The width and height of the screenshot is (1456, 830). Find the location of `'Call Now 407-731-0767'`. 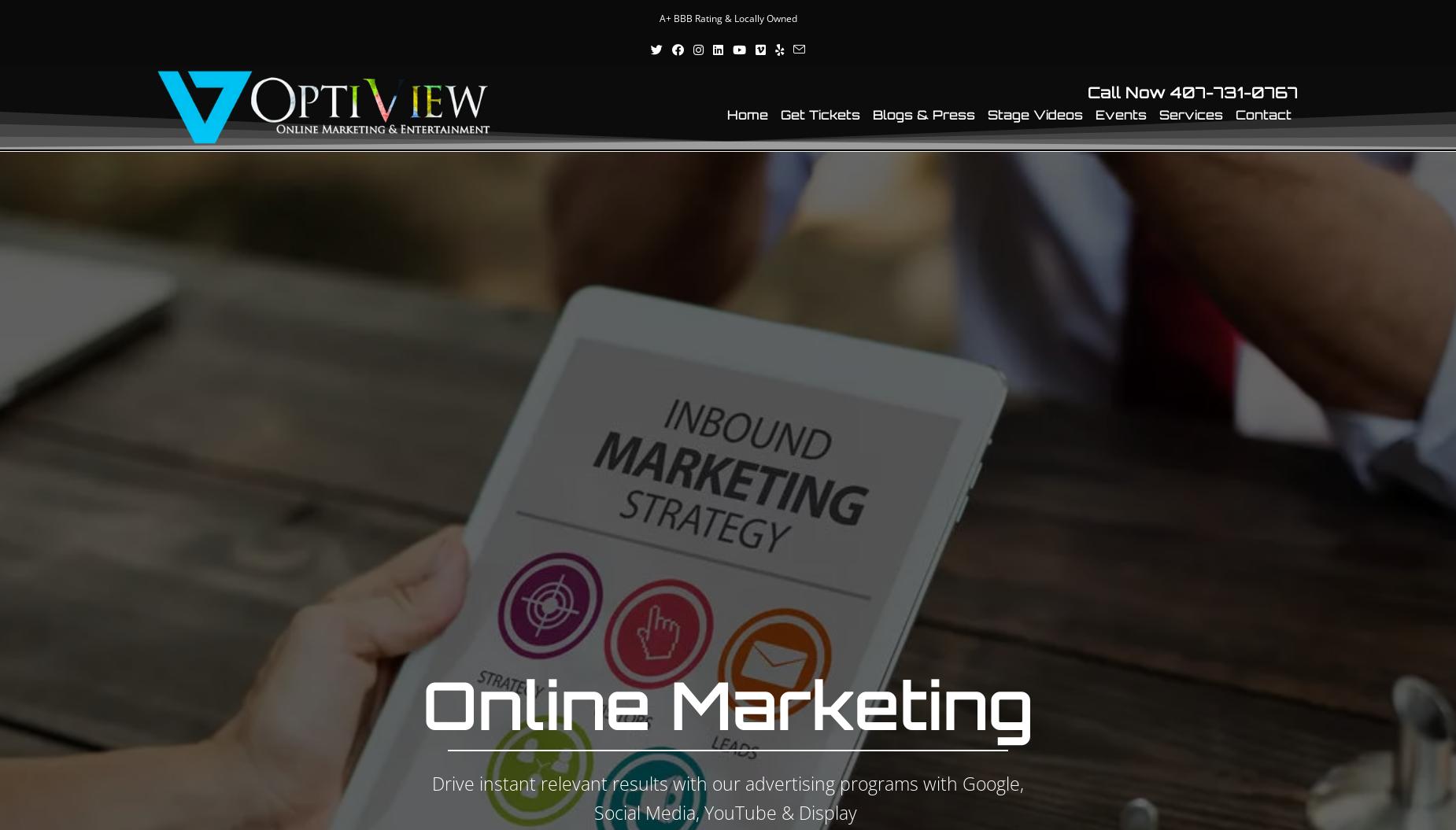

'Call Now 407-731-0767' is located at coordinates (1192, 91).